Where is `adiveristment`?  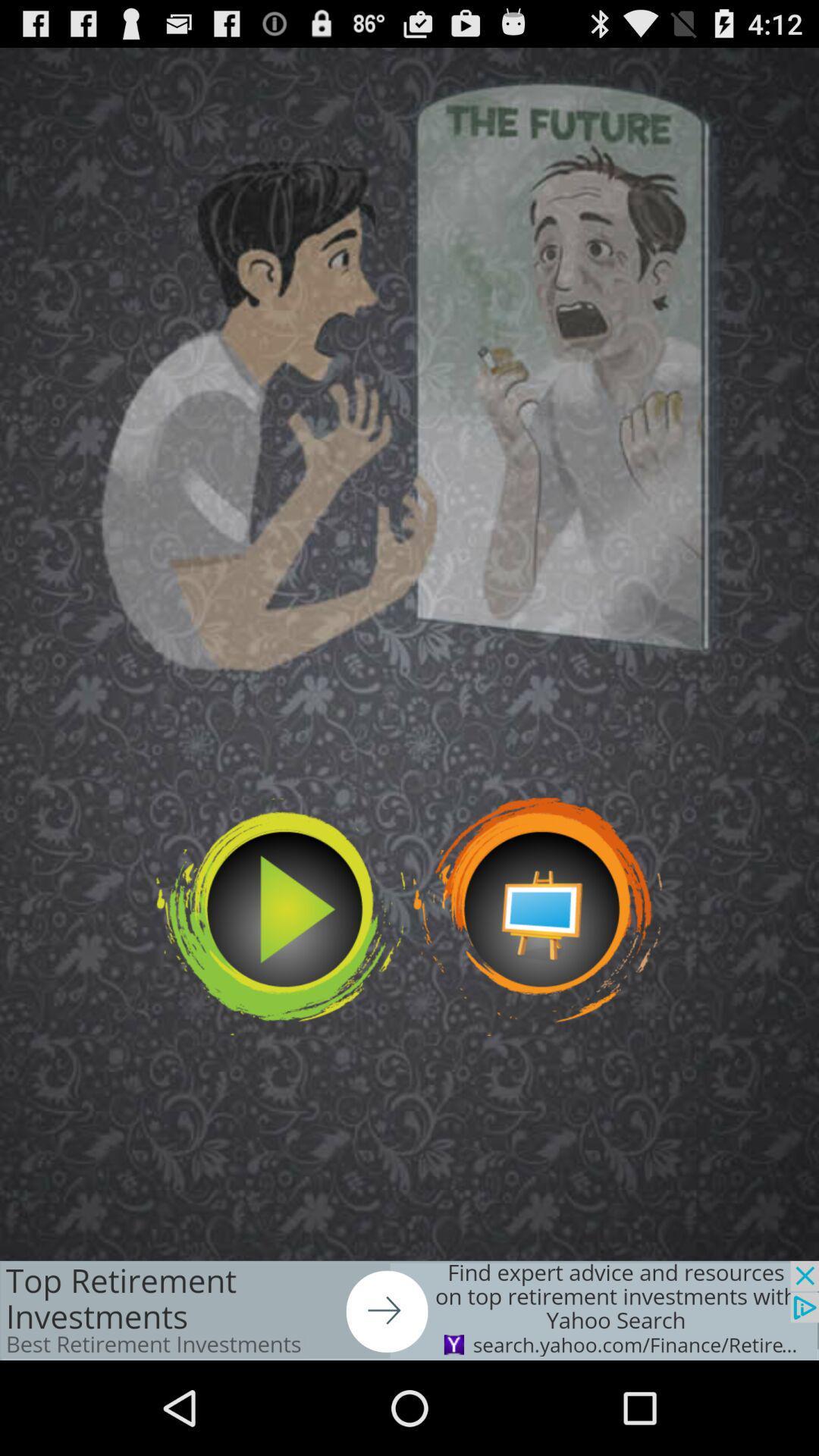
adiveristment is located at coordinates (409, 1310).